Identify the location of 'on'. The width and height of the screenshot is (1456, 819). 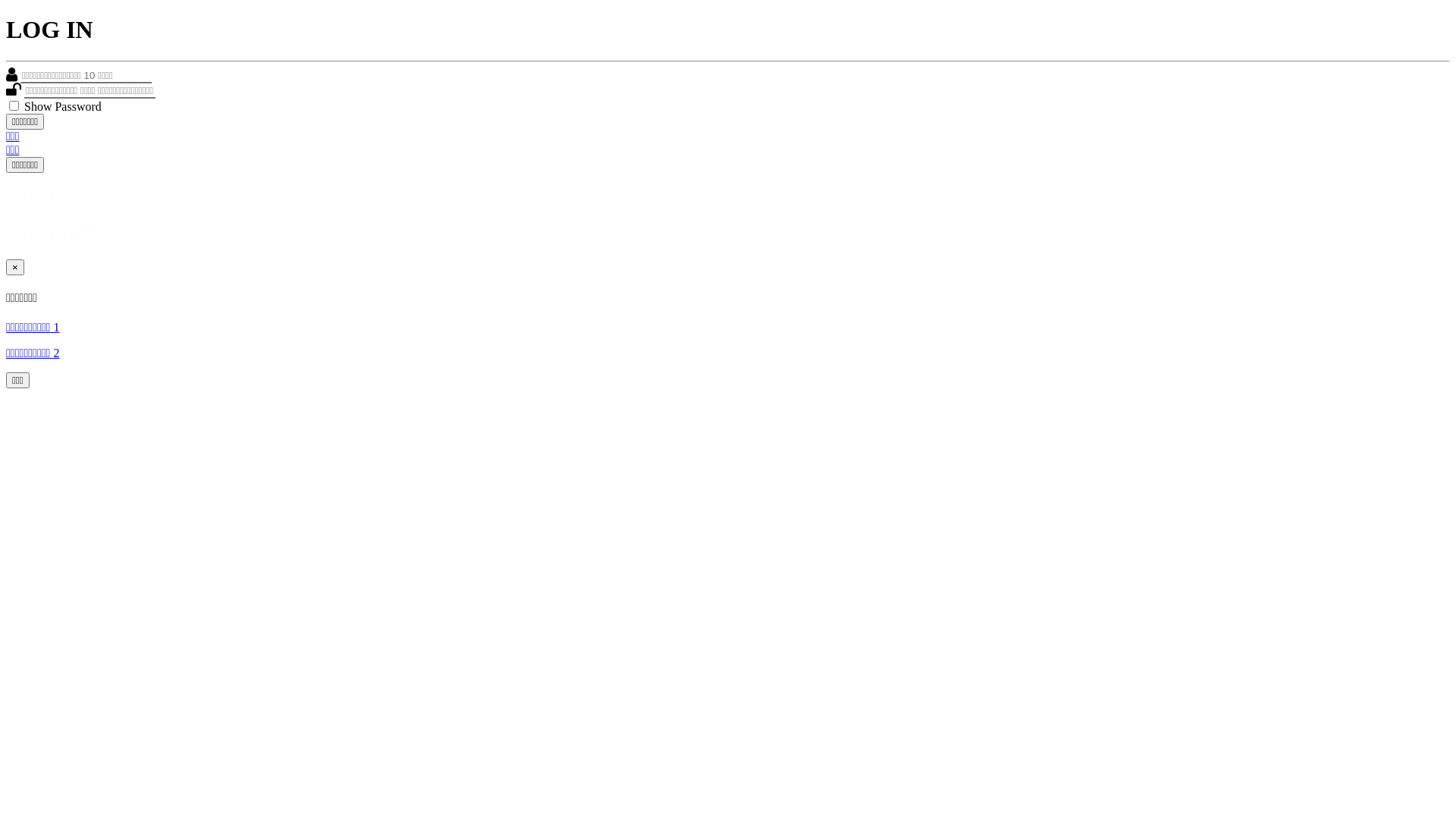
(9, 105).